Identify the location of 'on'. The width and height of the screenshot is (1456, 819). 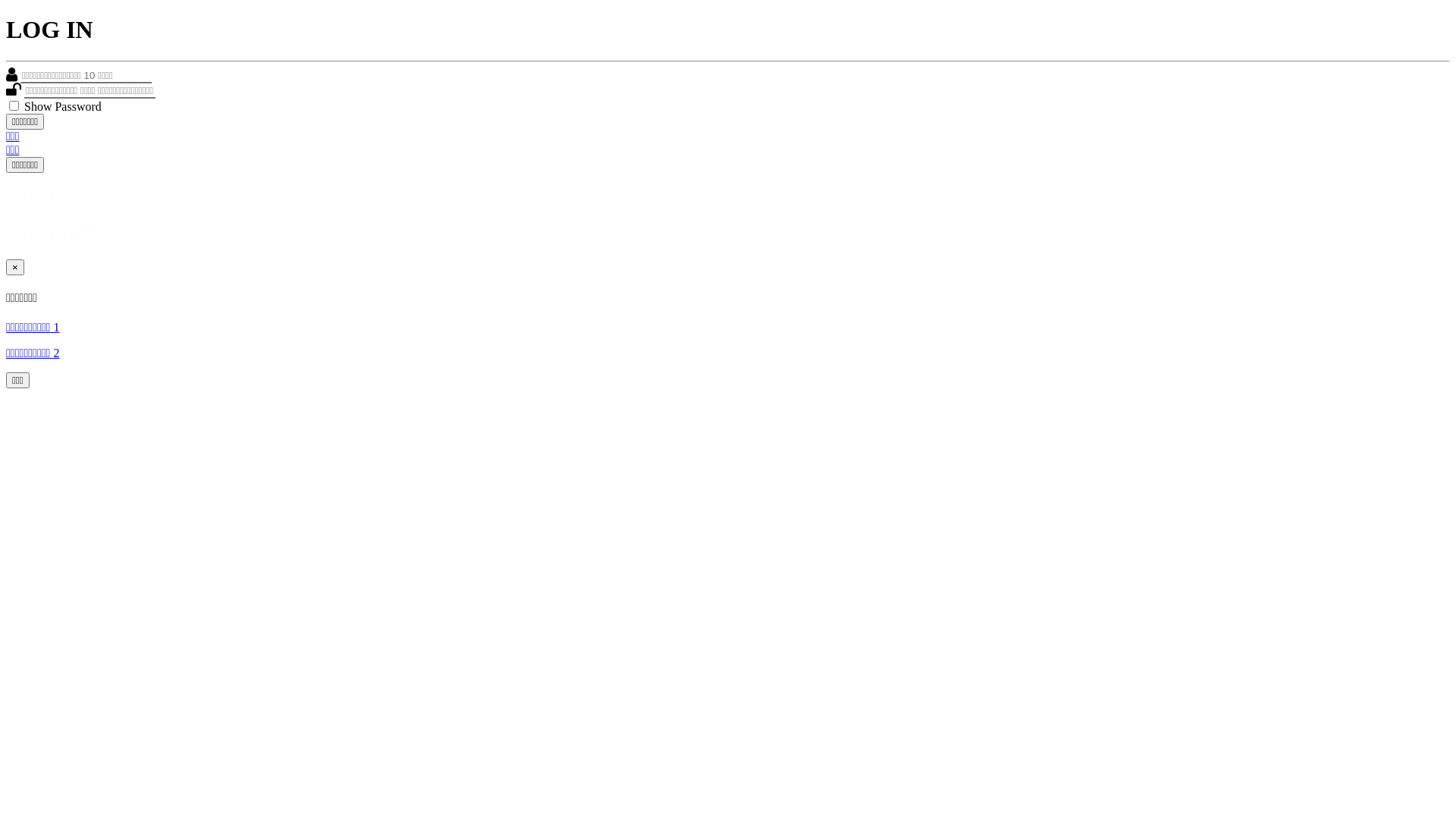
(9, 105).